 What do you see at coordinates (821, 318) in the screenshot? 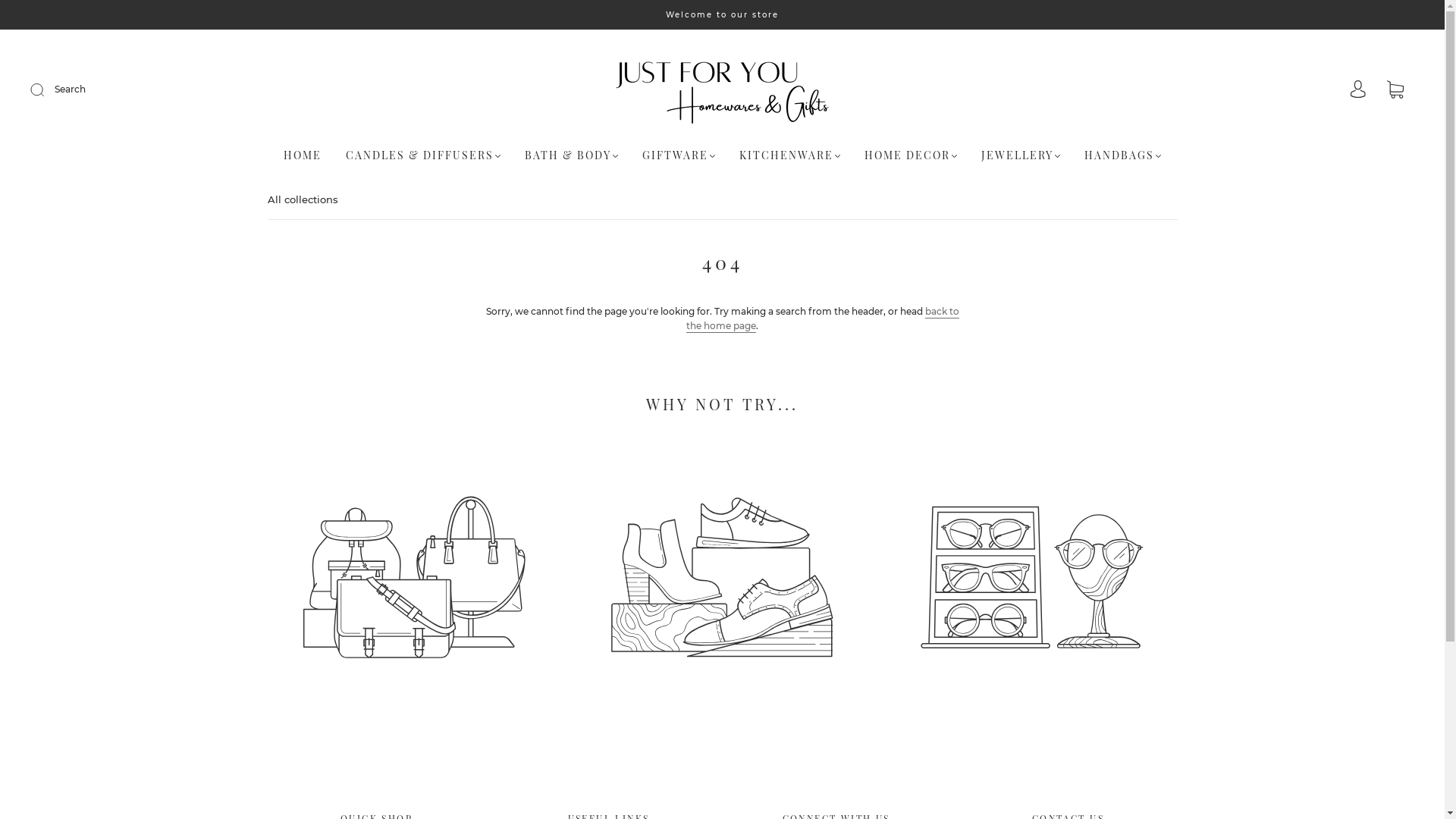
I see `'back to the home page'` at bounding box center [821, 318].